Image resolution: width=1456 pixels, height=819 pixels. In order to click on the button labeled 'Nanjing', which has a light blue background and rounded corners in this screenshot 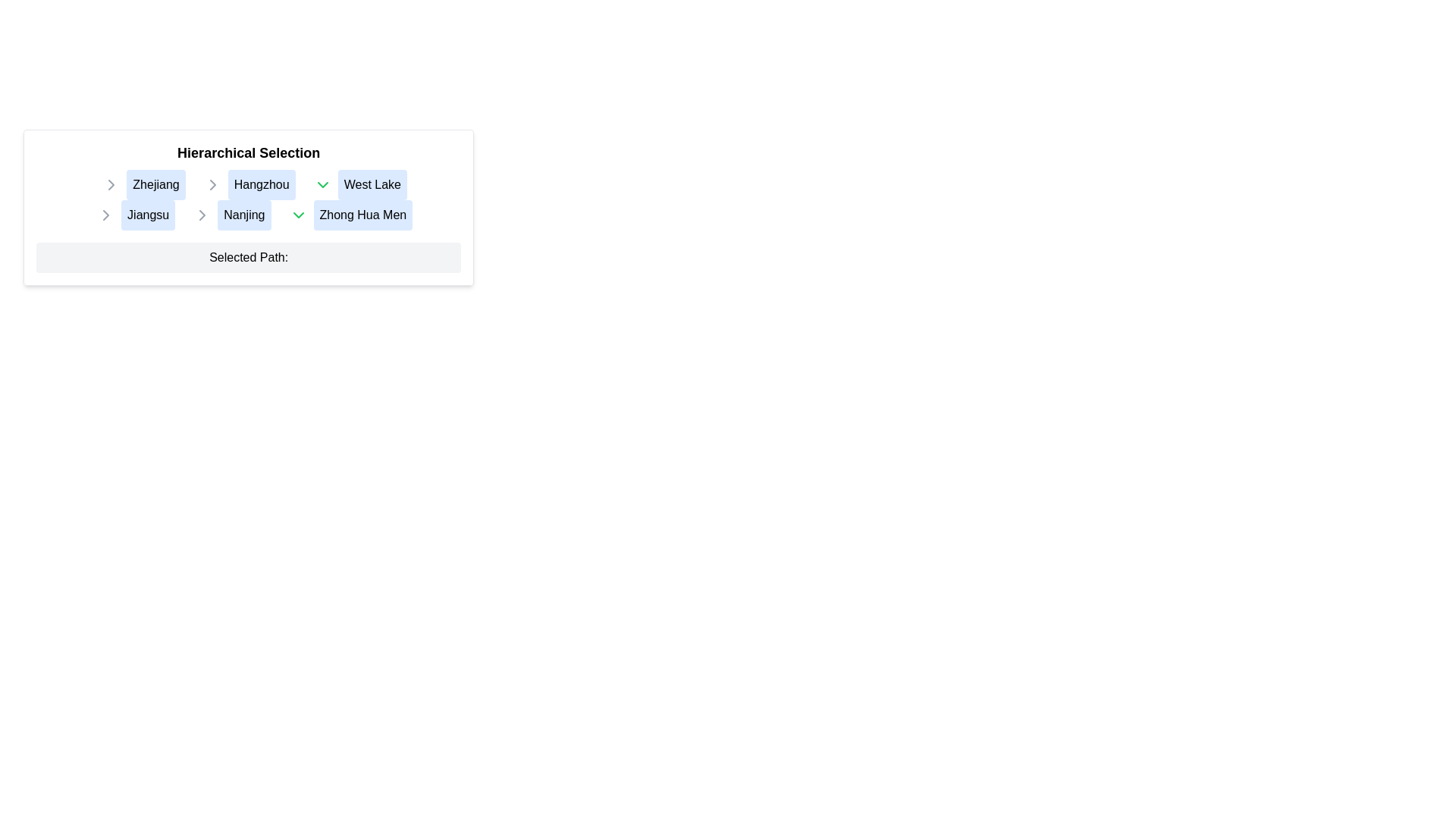, I will do `click(255, 215)`.